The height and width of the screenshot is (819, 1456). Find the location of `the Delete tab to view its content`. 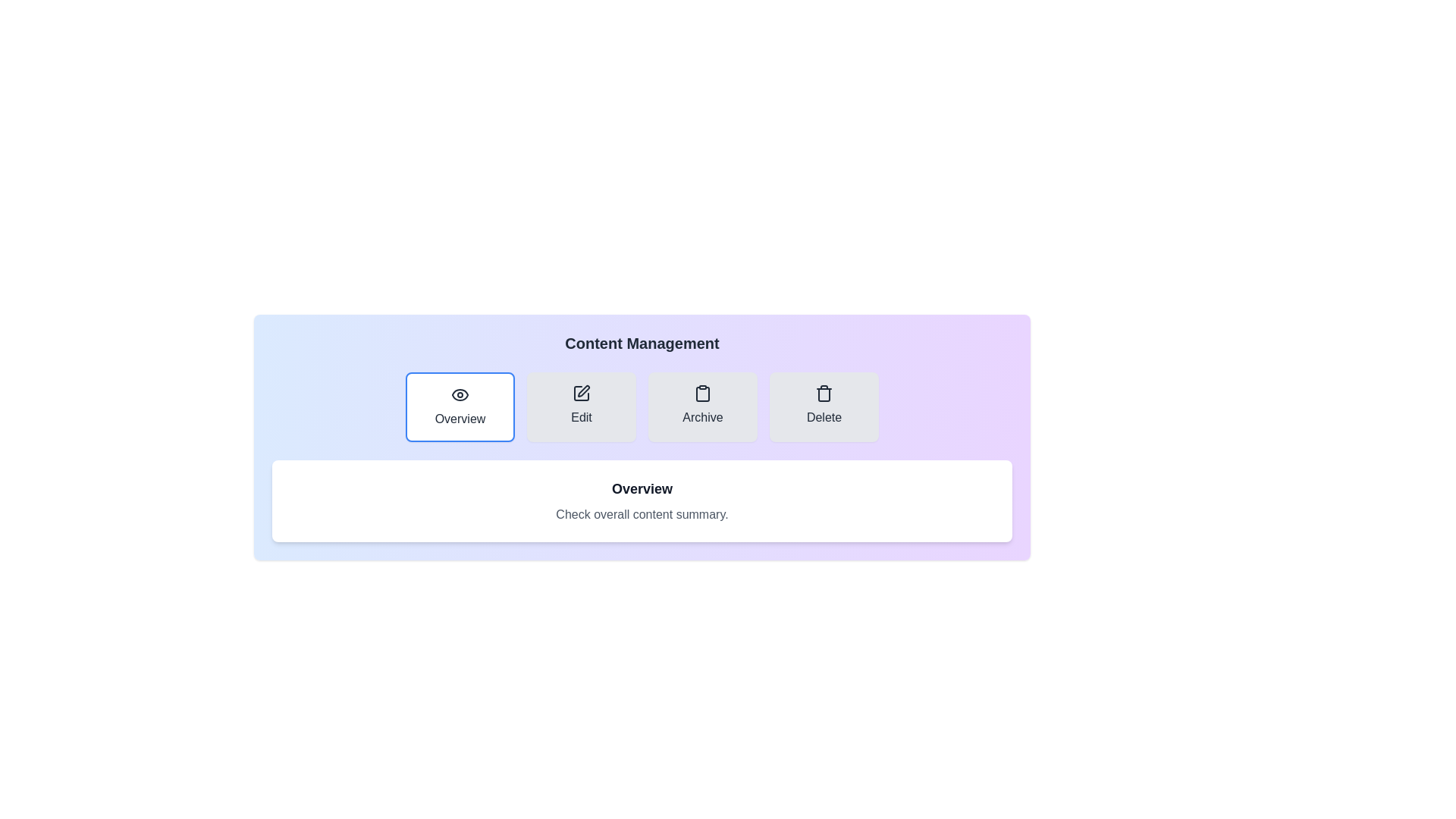

the Delete tab to view its content is located at coordinates (823, 406).